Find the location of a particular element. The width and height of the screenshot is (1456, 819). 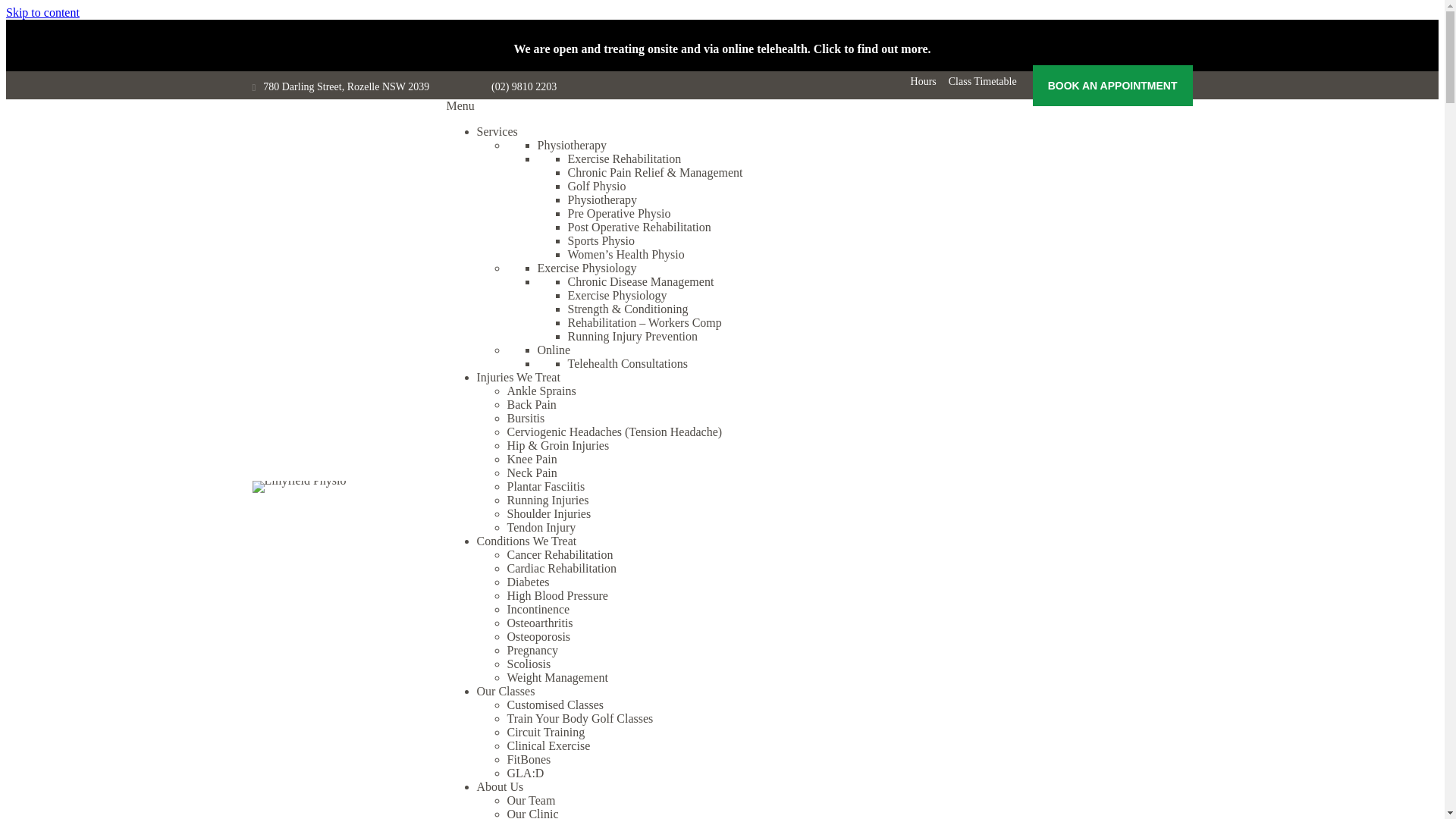

'Skip to content' is located at coordinates (42, 12).